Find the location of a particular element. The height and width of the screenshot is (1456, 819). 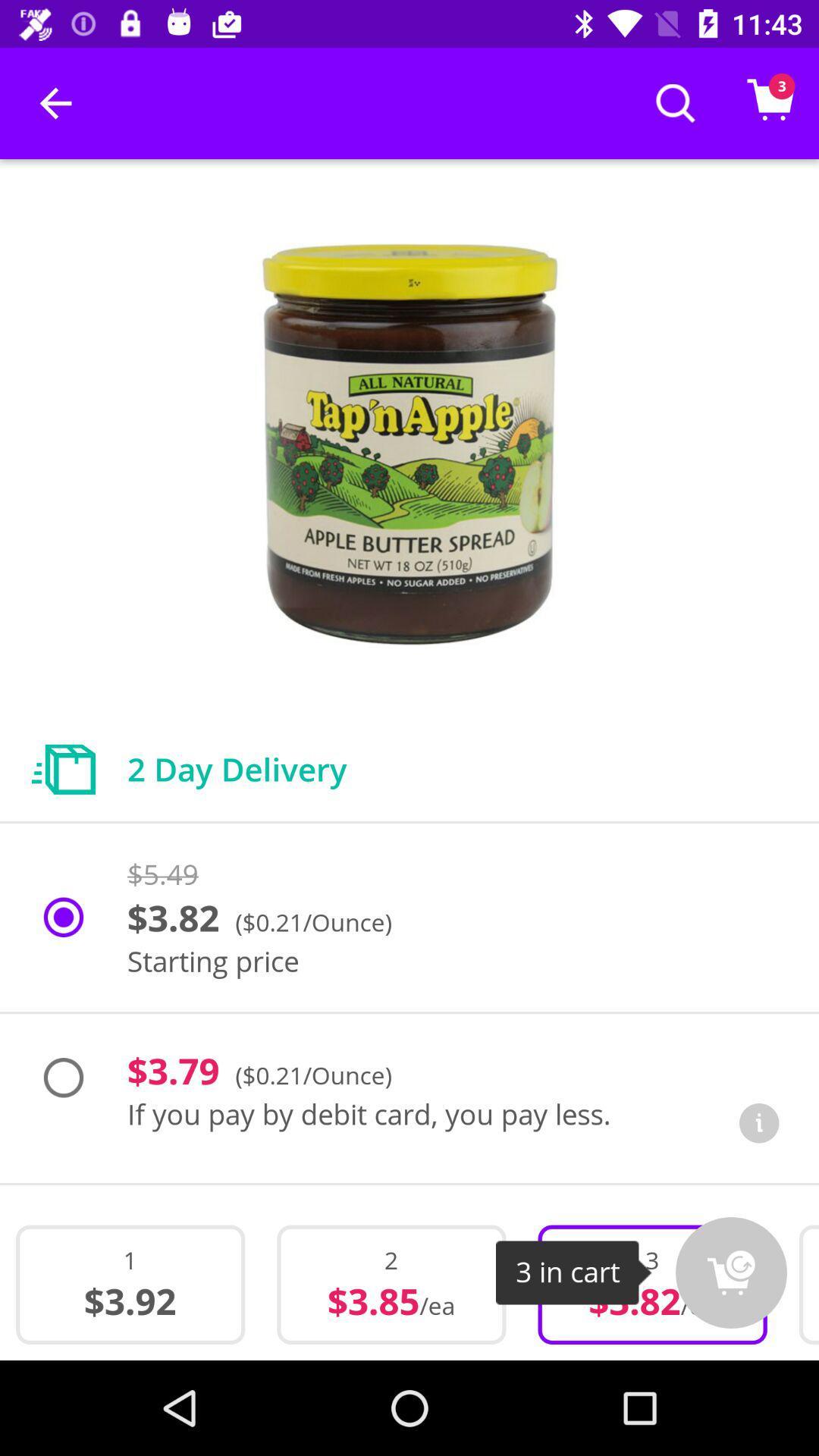

the info icon is located at coordinates (759, 1123).